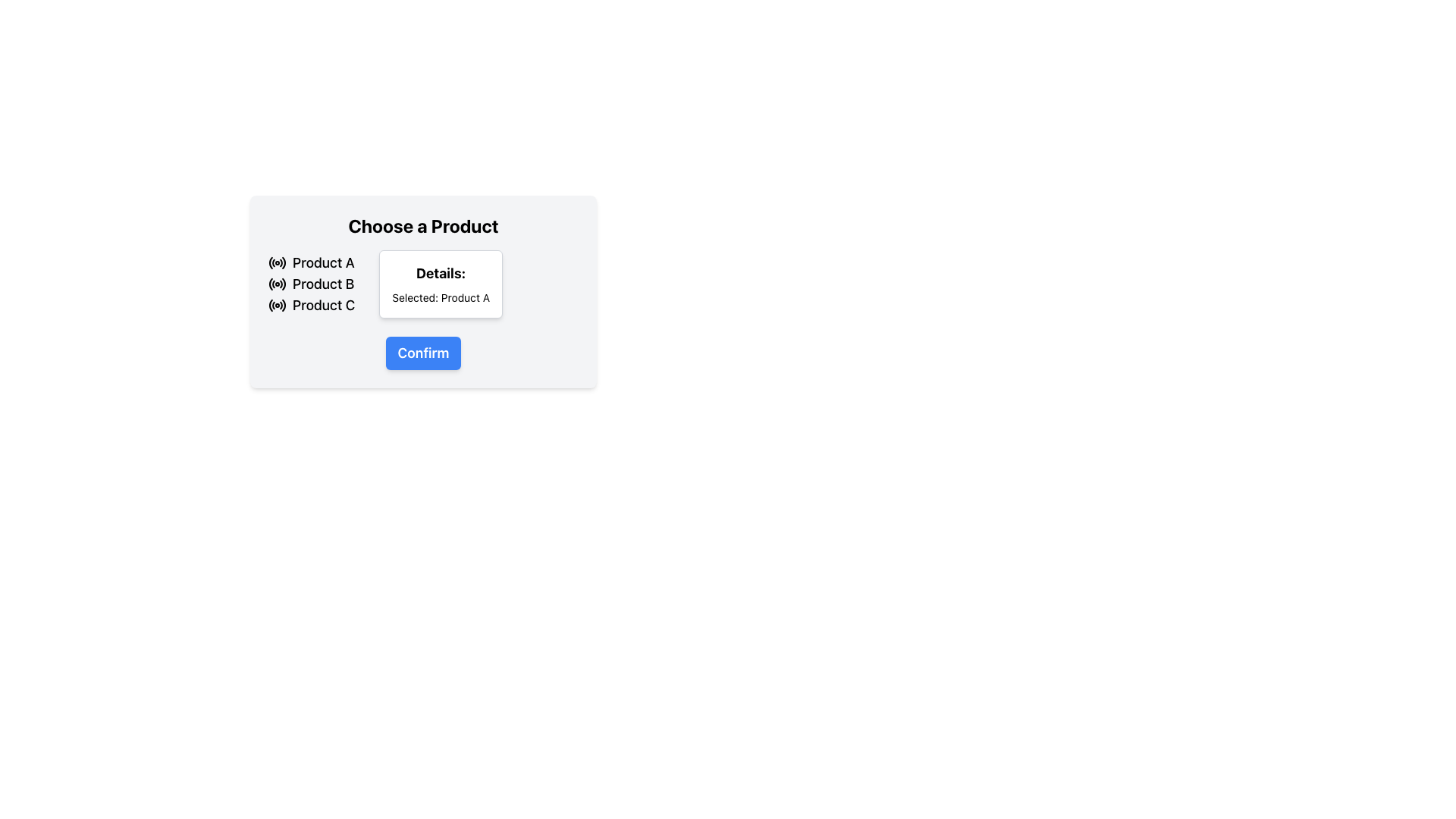  Describe the element at coordinates (322, 284) in the screenshot. I see `the radio button associated with the label 'Product B', which is the second item in a group of product options` at that location.